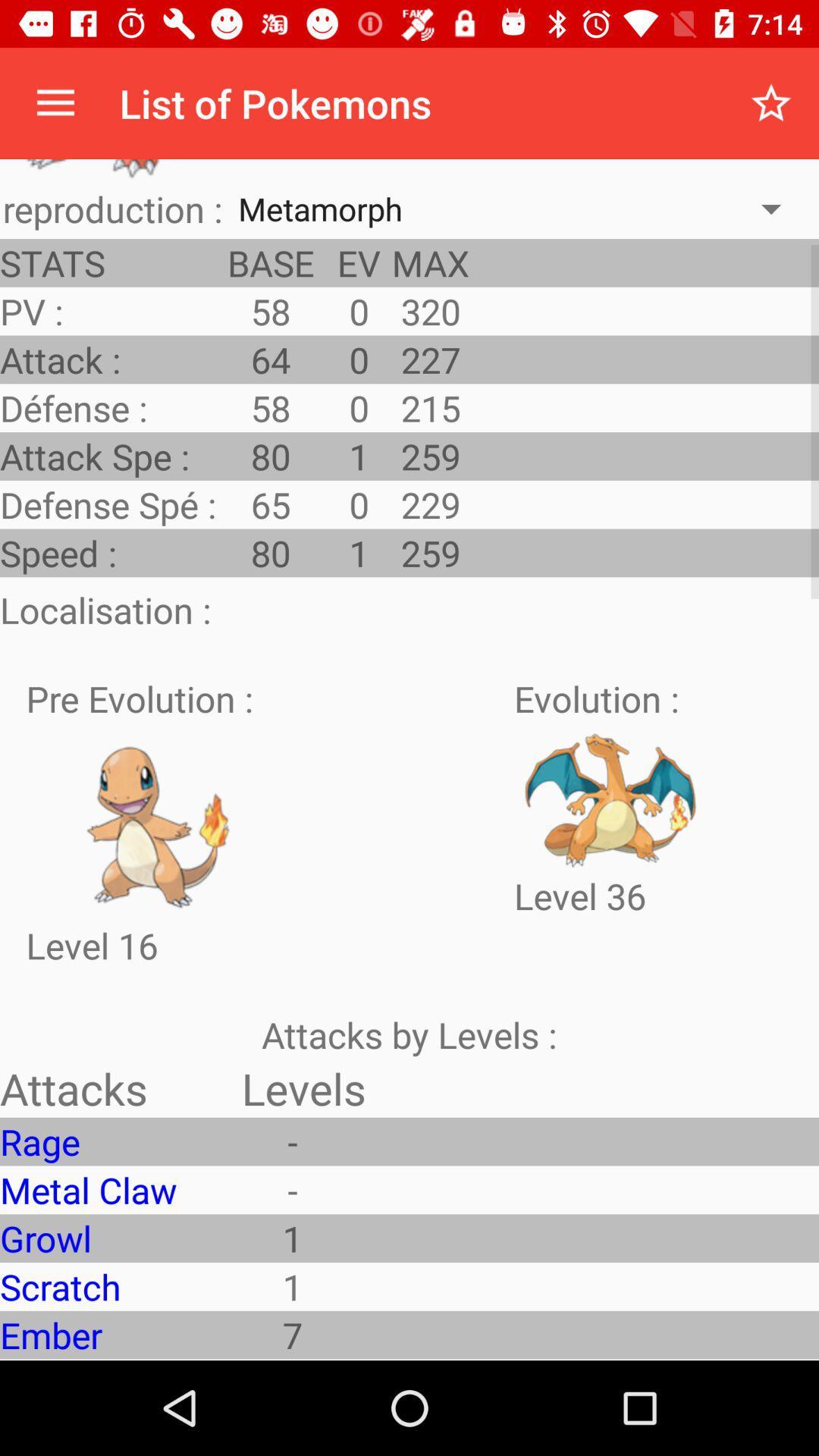 This screenshot has width=819, height=1456. I want to click on image, so click(160, 821).